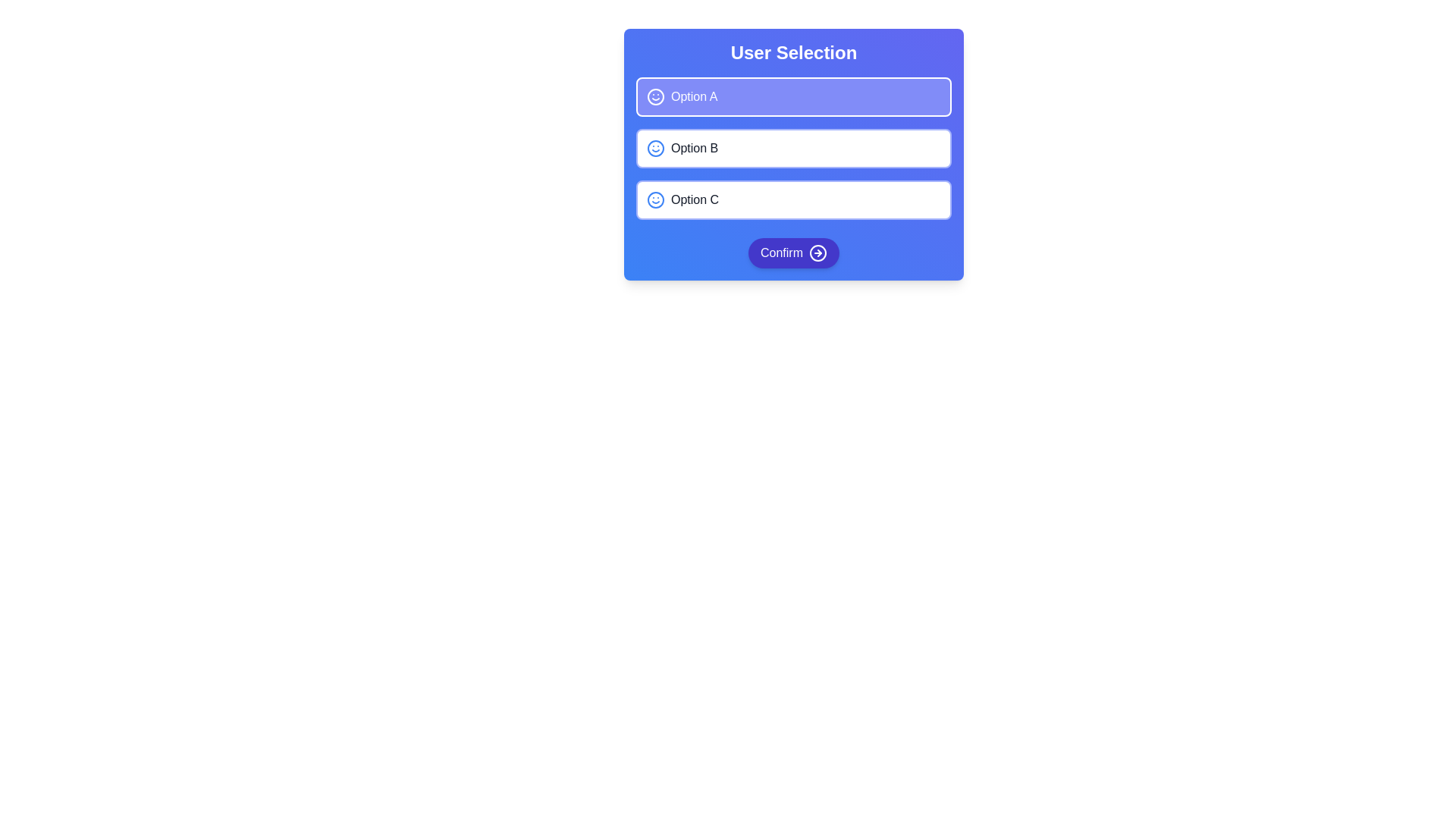 The height and width of the screenshot is (819, 1456). Describe the element at coordinates (792, 253) in the screenshot. I see `the 'Confirm' button with rounded corners and a gradient background` at that location.